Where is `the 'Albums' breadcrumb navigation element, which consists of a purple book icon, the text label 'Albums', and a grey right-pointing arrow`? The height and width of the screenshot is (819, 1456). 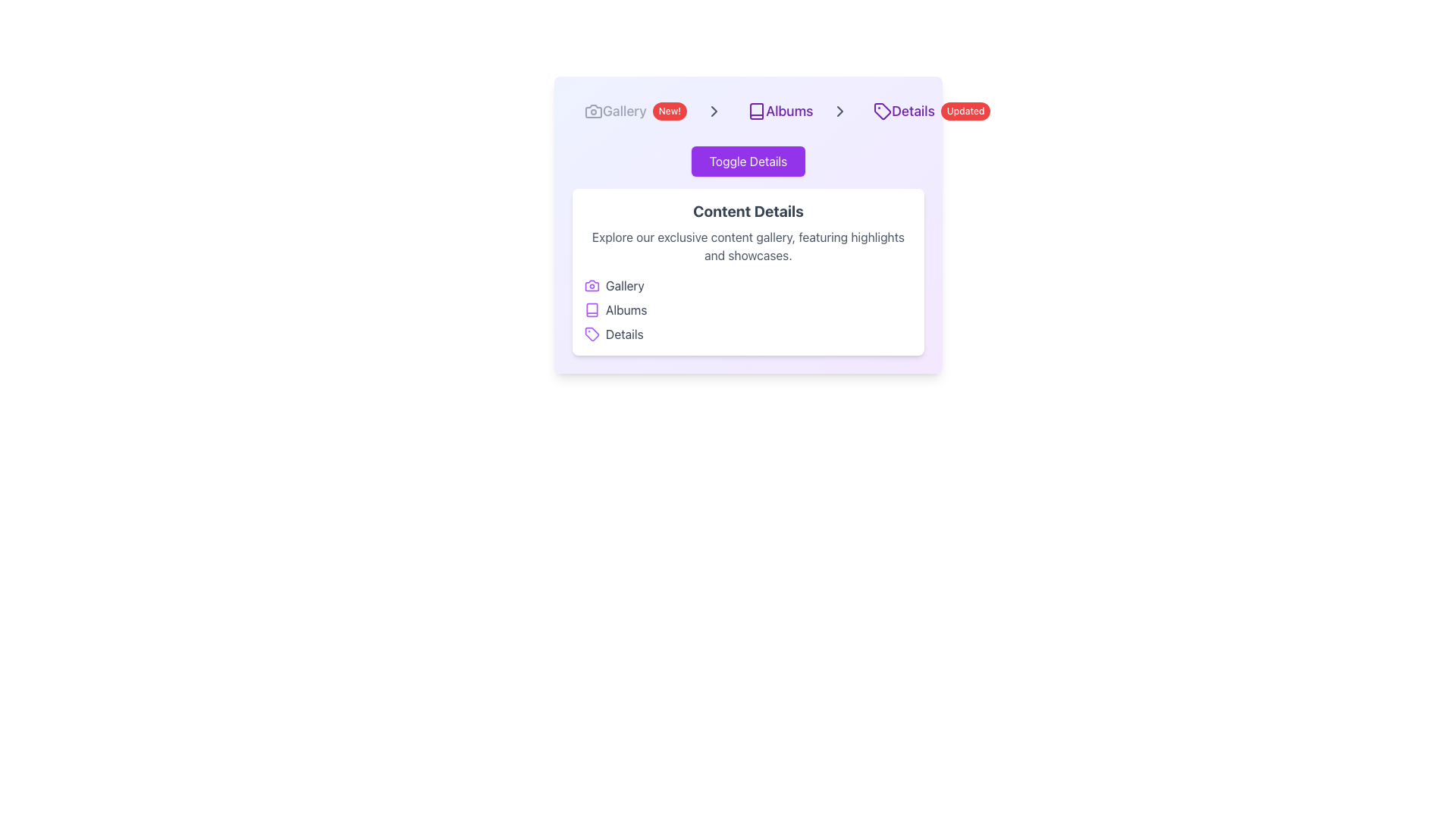 the 'Albums' breadcrumb navigation element, which consists of a purple book icon, the text label 'Albums', and a grey right-pointing arrow is located at coordinates (792, 110).